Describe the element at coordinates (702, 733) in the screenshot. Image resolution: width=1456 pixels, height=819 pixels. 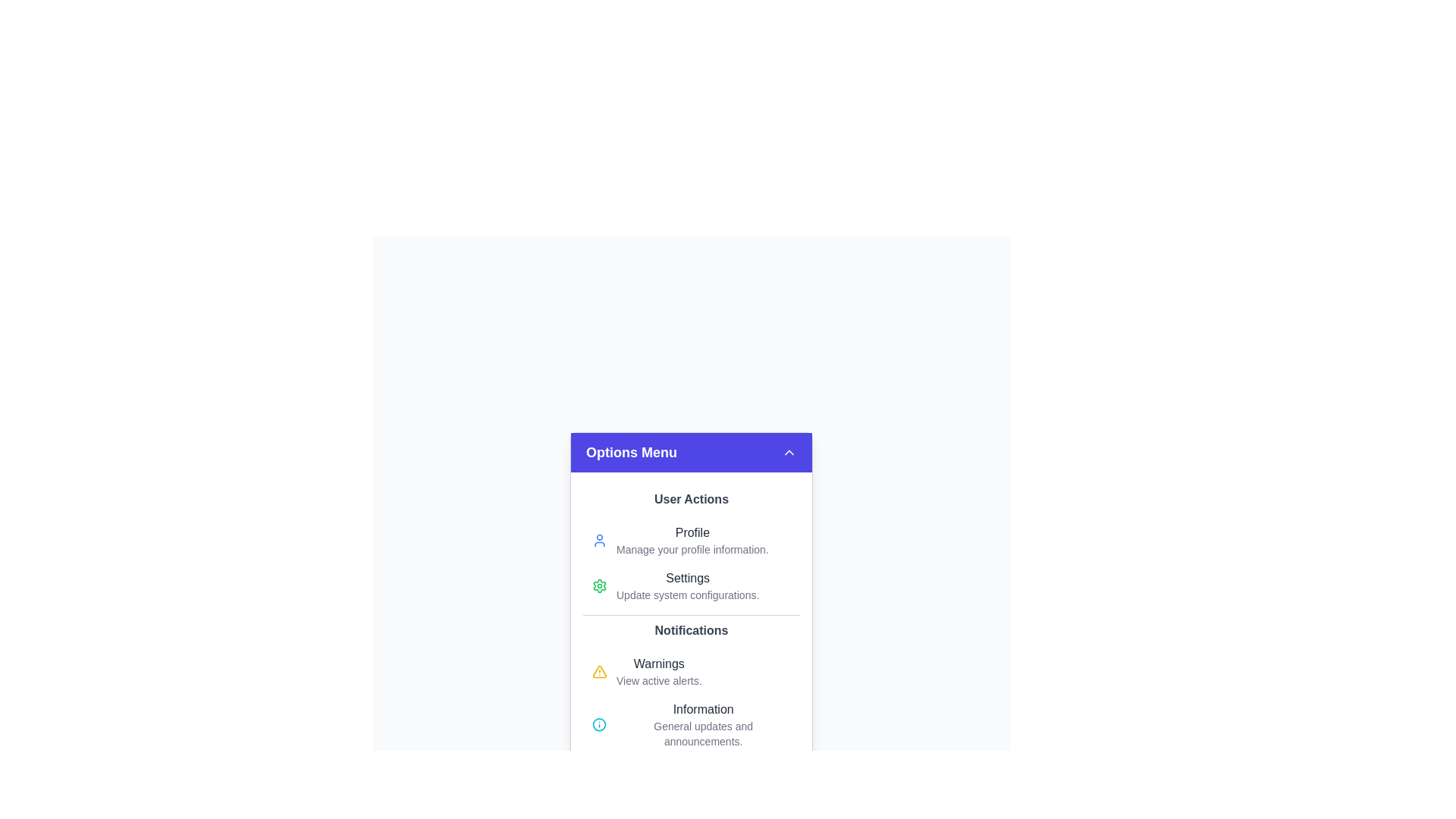
I see `the text label reading 'General updates and announcements' located under the heading 'Information' in the Options Menu interface` at that location.